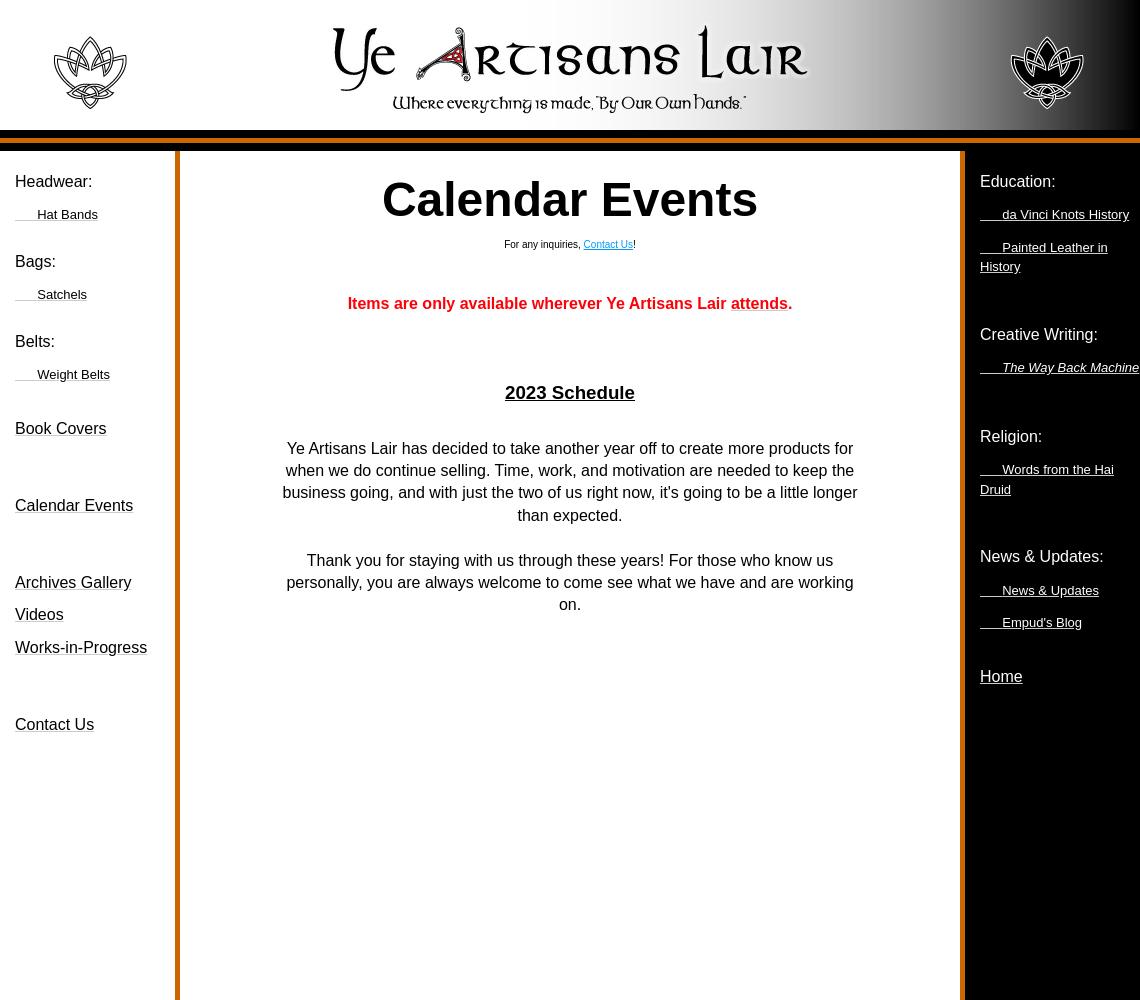 The width and height of the screenshot is (1140, 1000). What do you see at coordinates (67, 213) in the screenshot?
I see `'Hat Bands'` at bounding box center [67, 213].